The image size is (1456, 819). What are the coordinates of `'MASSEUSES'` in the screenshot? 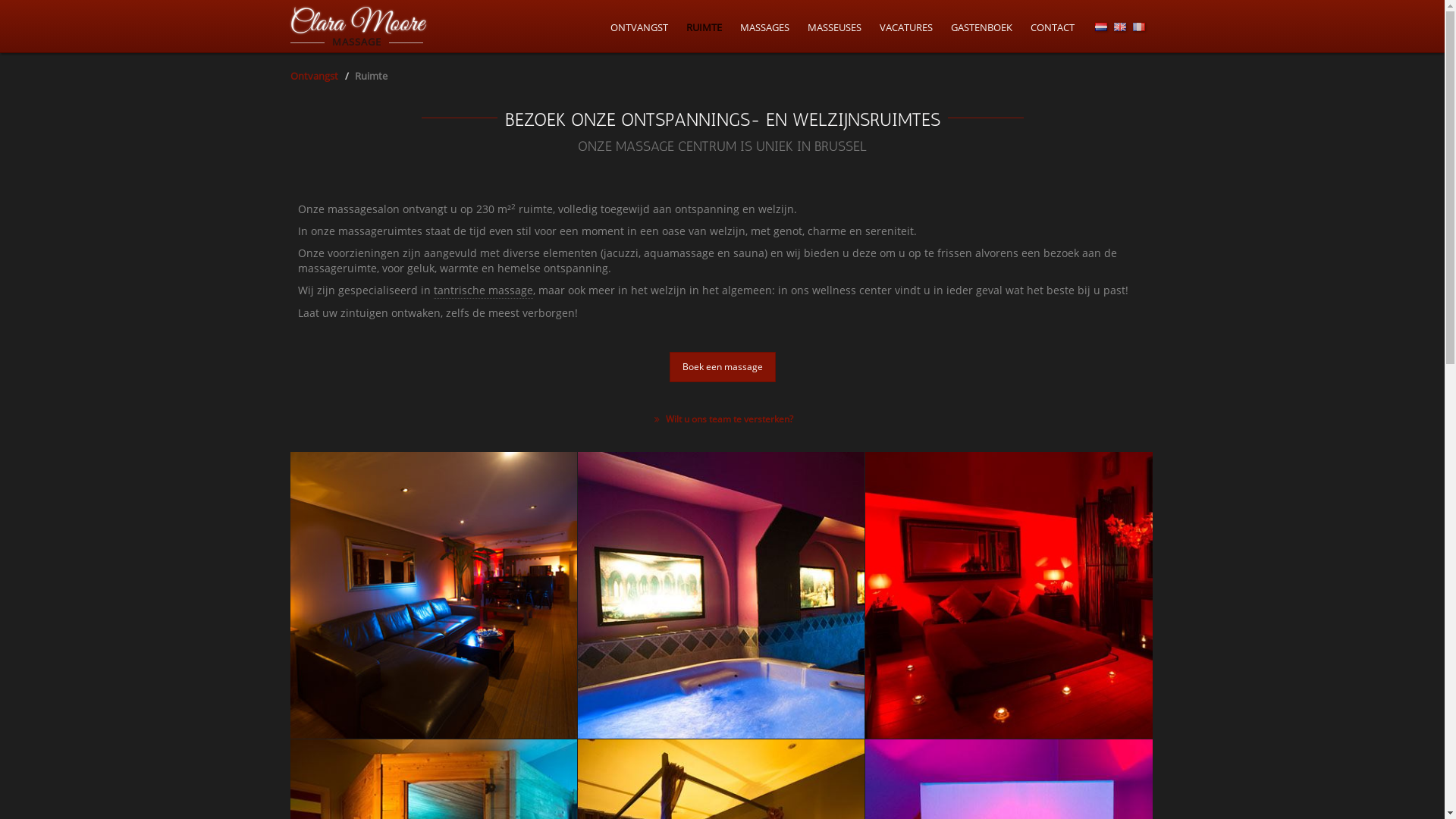 It's located at (806, 27).